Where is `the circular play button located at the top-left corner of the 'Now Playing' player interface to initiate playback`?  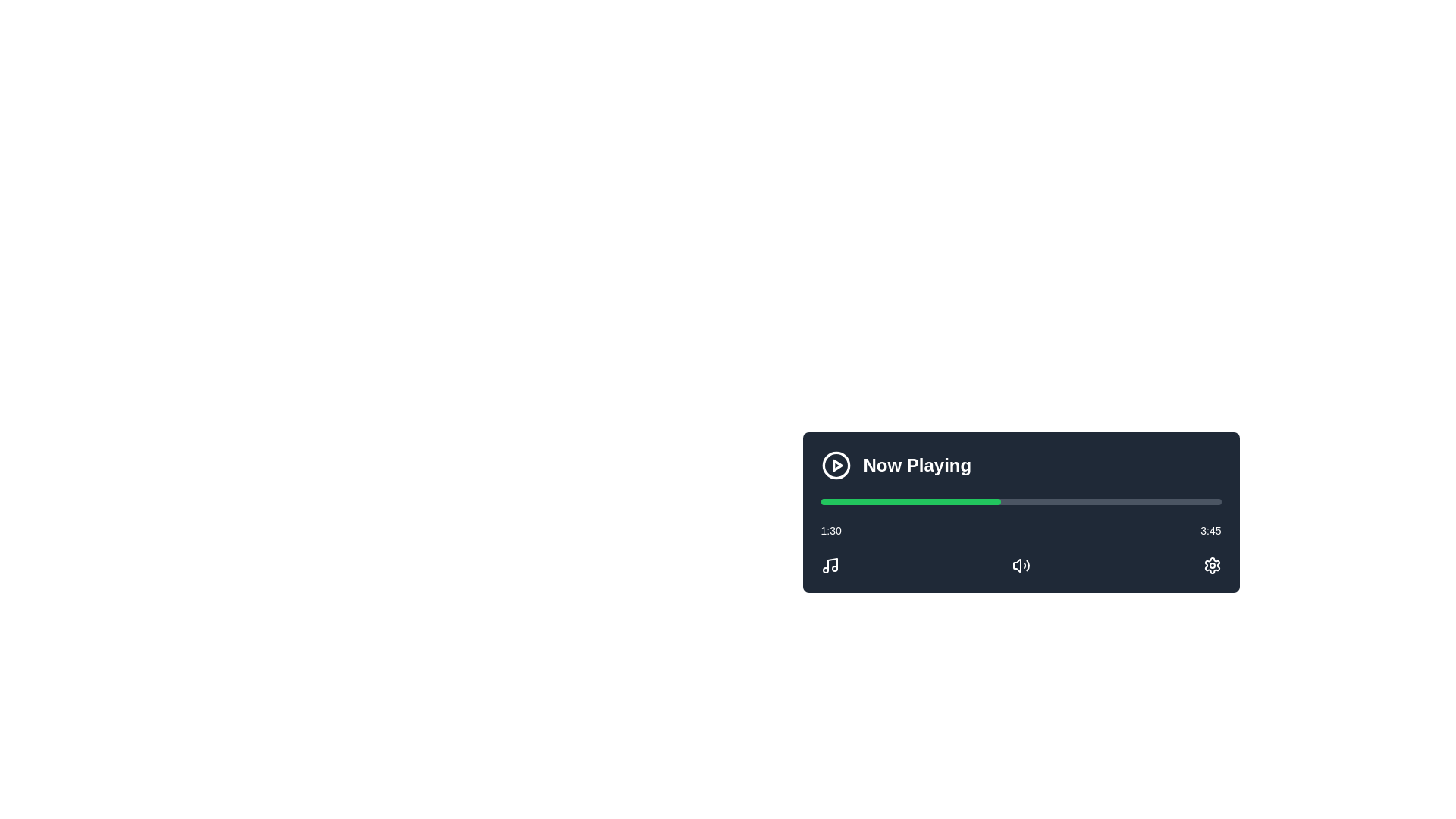 the circular play button located at the top-left corner of the 'Now Playing' player interface to initiate playback is located at coordinates (835, 464).